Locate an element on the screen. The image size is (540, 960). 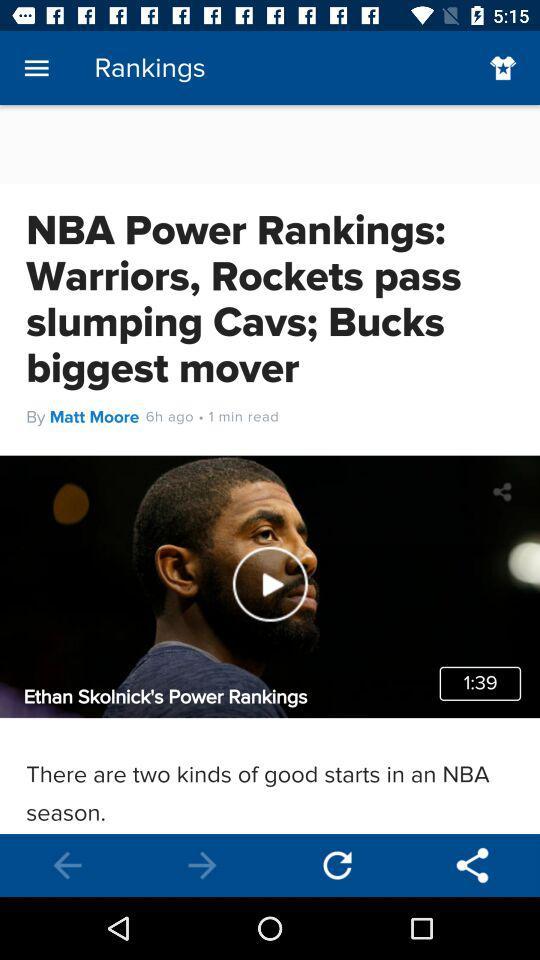
the favorite icon is located at coordinates (502, 68).